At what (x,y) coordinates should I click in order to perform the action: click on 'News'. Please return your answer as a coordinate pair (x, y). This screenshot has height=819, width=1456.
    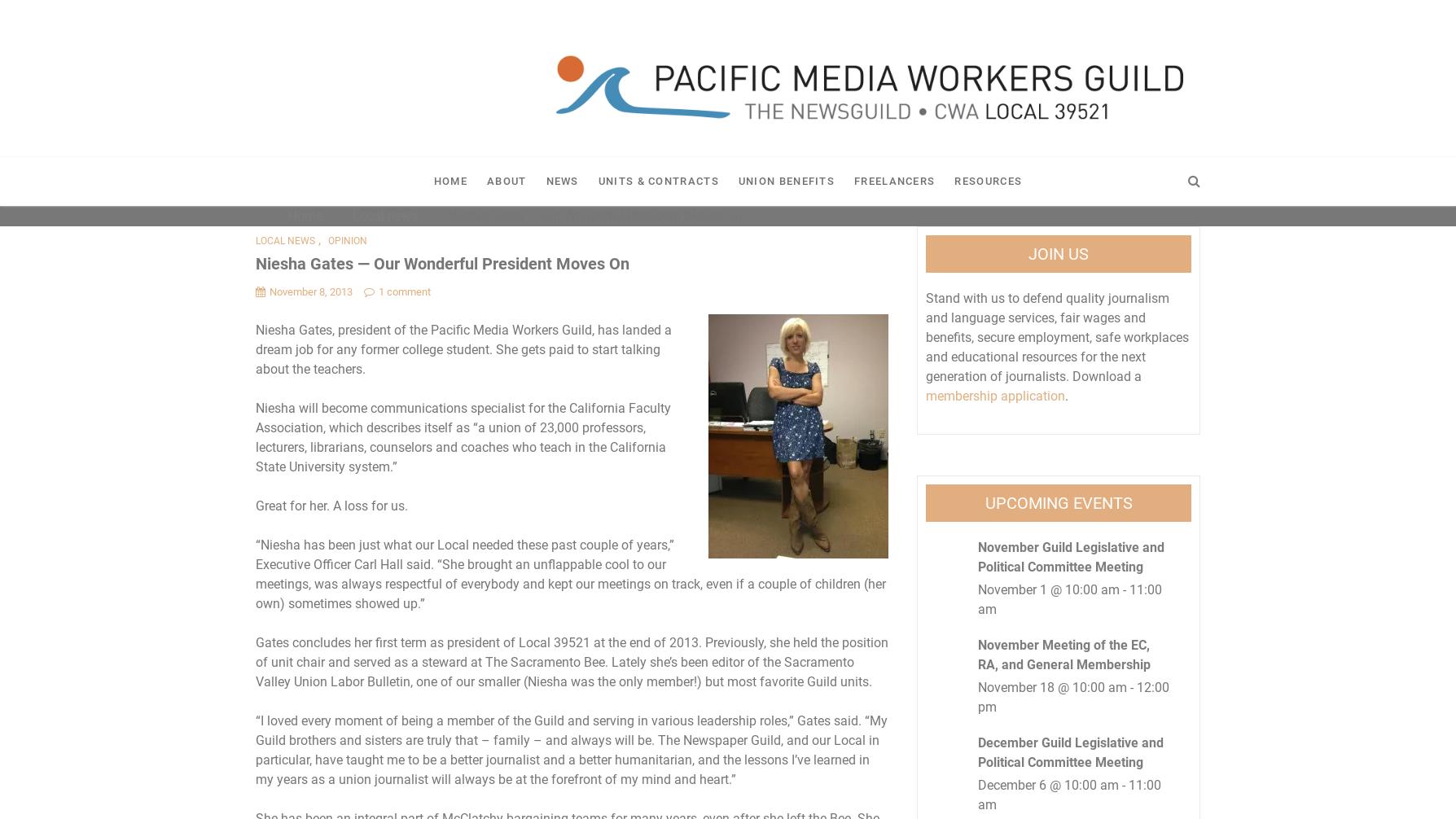
    Looking at the image, I should click on (560, 181).